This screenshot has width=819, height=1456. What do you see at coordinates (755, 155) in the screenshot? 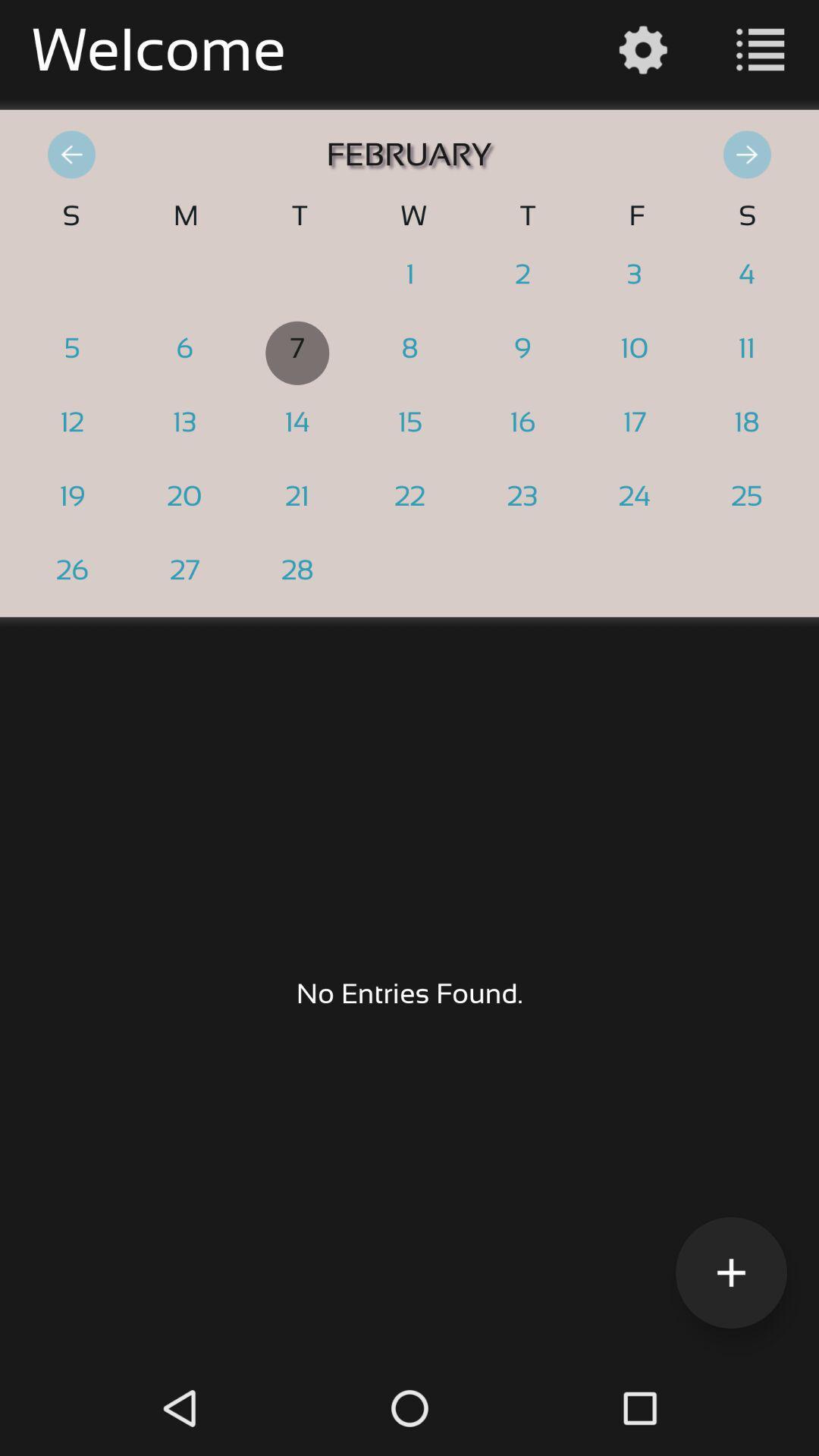
I see `the forward arrow` at bounding box center [755, 155].